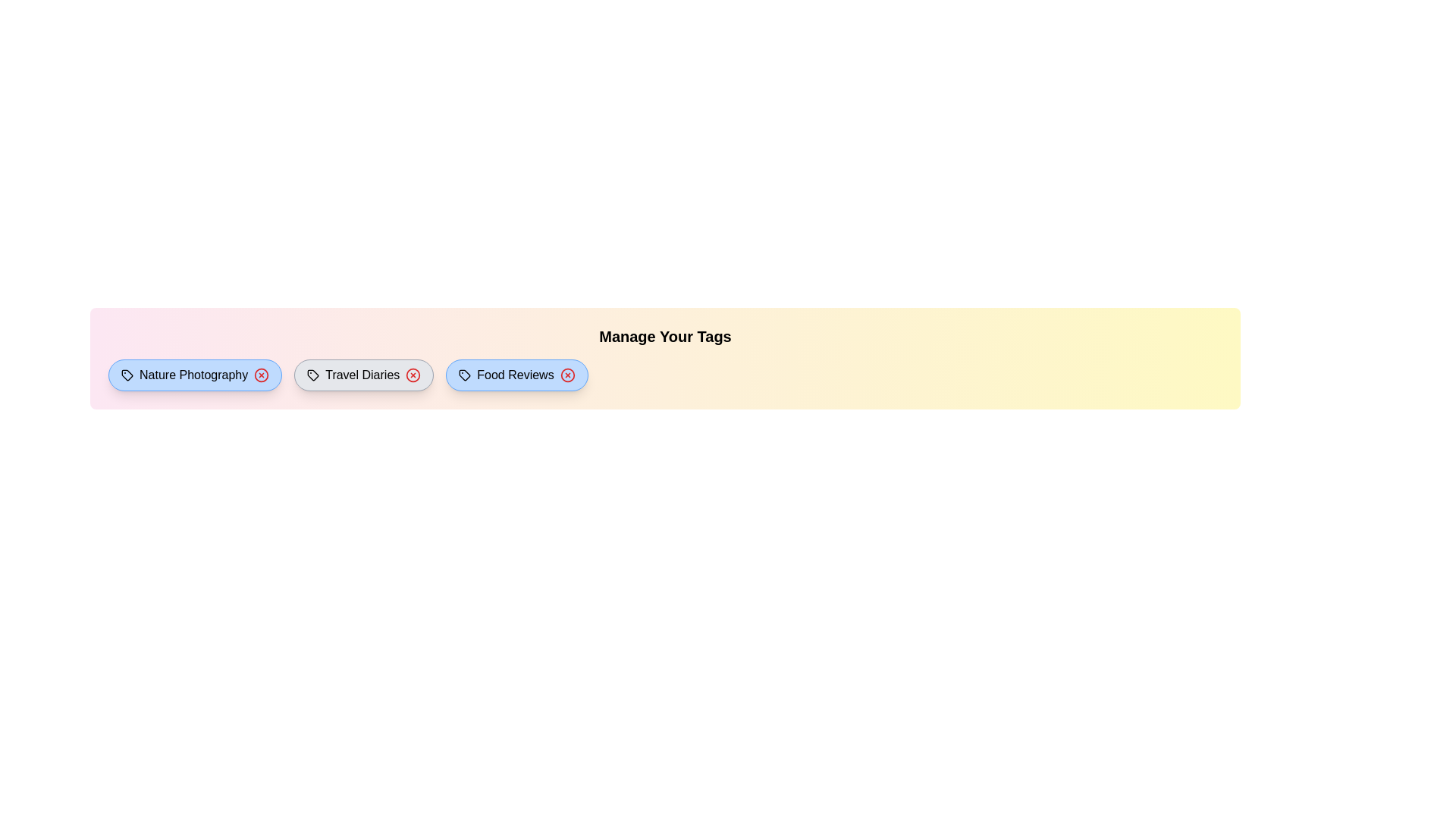  Describe the element at coordinates (364, 375) in the screenshot. I see `the tag labeled 'Travel Diaries' by clicking on it` at that location.